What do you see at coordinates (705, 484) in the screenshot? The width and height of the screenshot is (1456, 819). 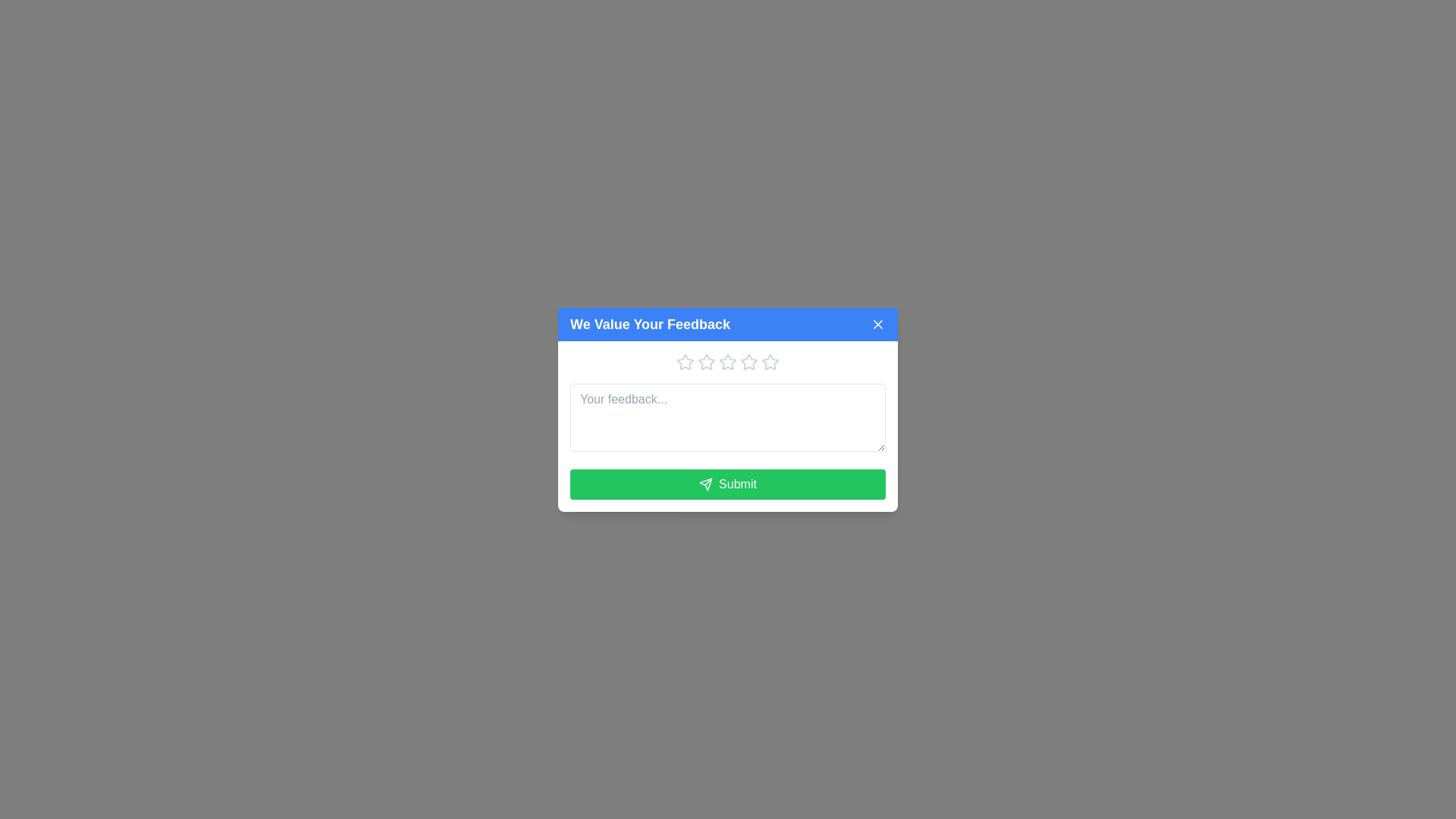 I see `the 'Submit' button icon, which is located at the bottom center of the feedback modal dialog and is styled with a green background and white text` at bounding box center [705, 484].